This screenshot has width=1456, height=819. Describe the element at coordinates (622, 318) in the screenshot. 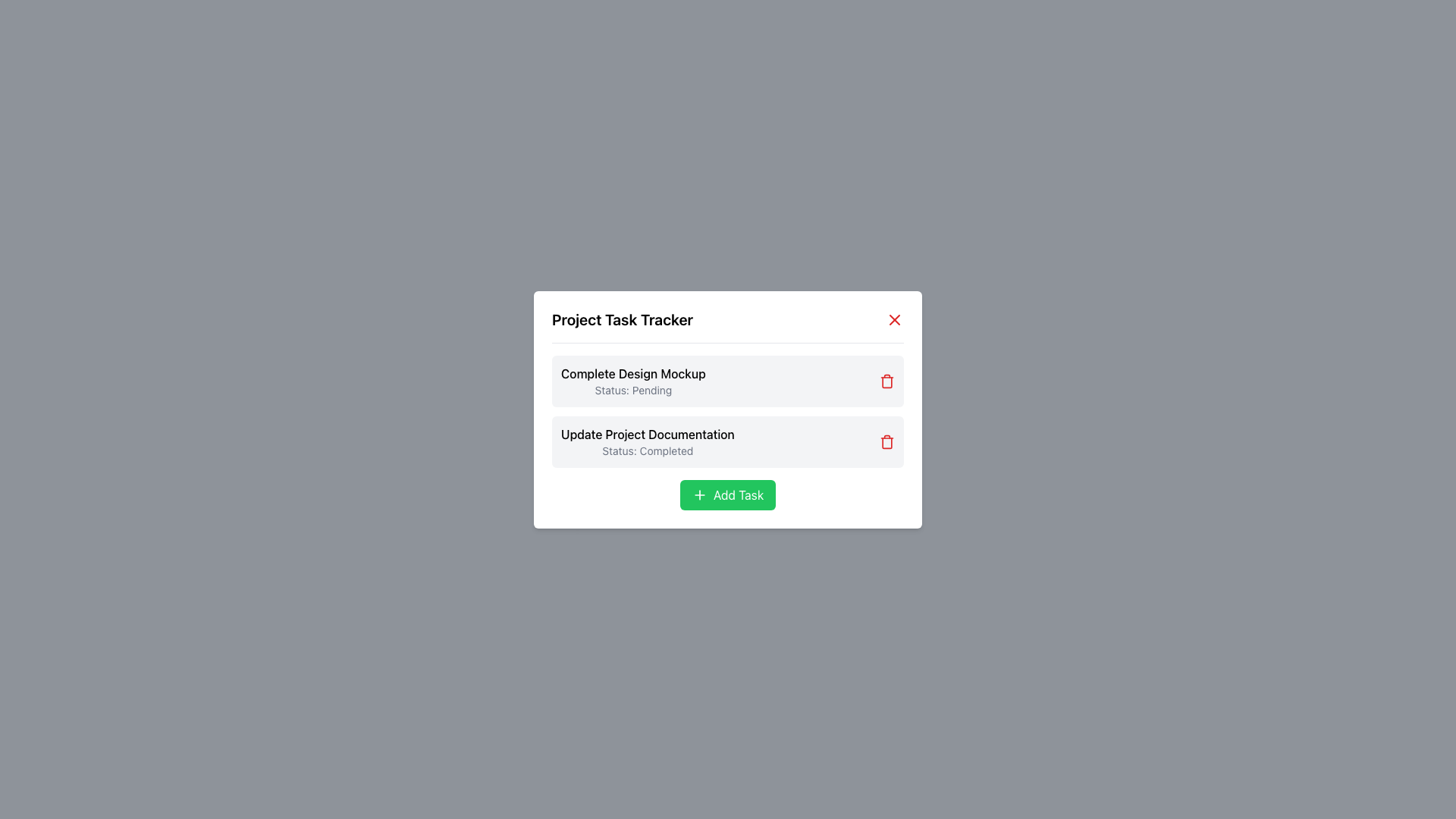

I see `the bold text element reading 'Project Task Tracker' located at the top center of the modal interface` at that location.